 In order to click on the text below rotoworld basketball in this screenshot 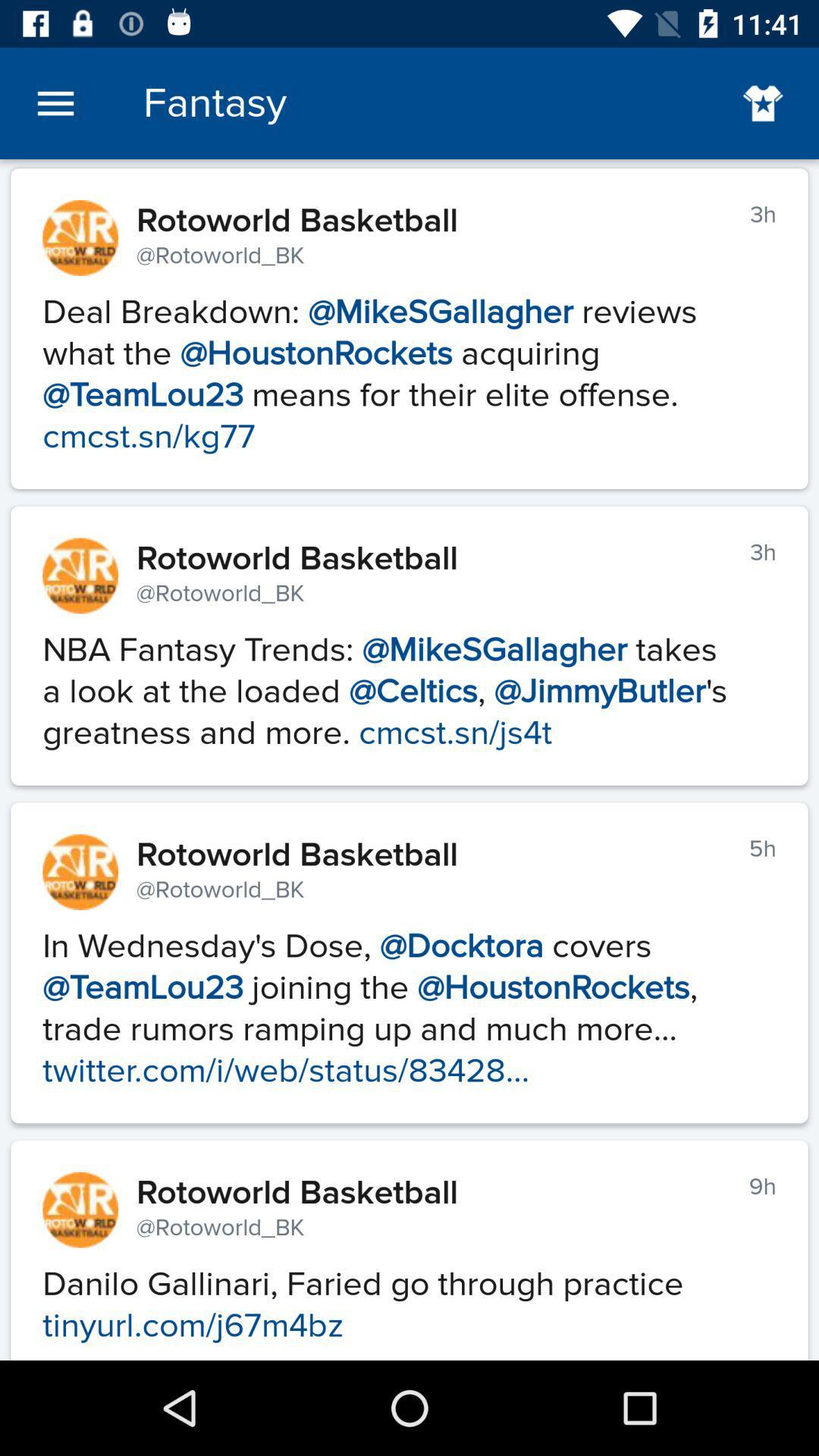, I will do `click(409, 366)`.